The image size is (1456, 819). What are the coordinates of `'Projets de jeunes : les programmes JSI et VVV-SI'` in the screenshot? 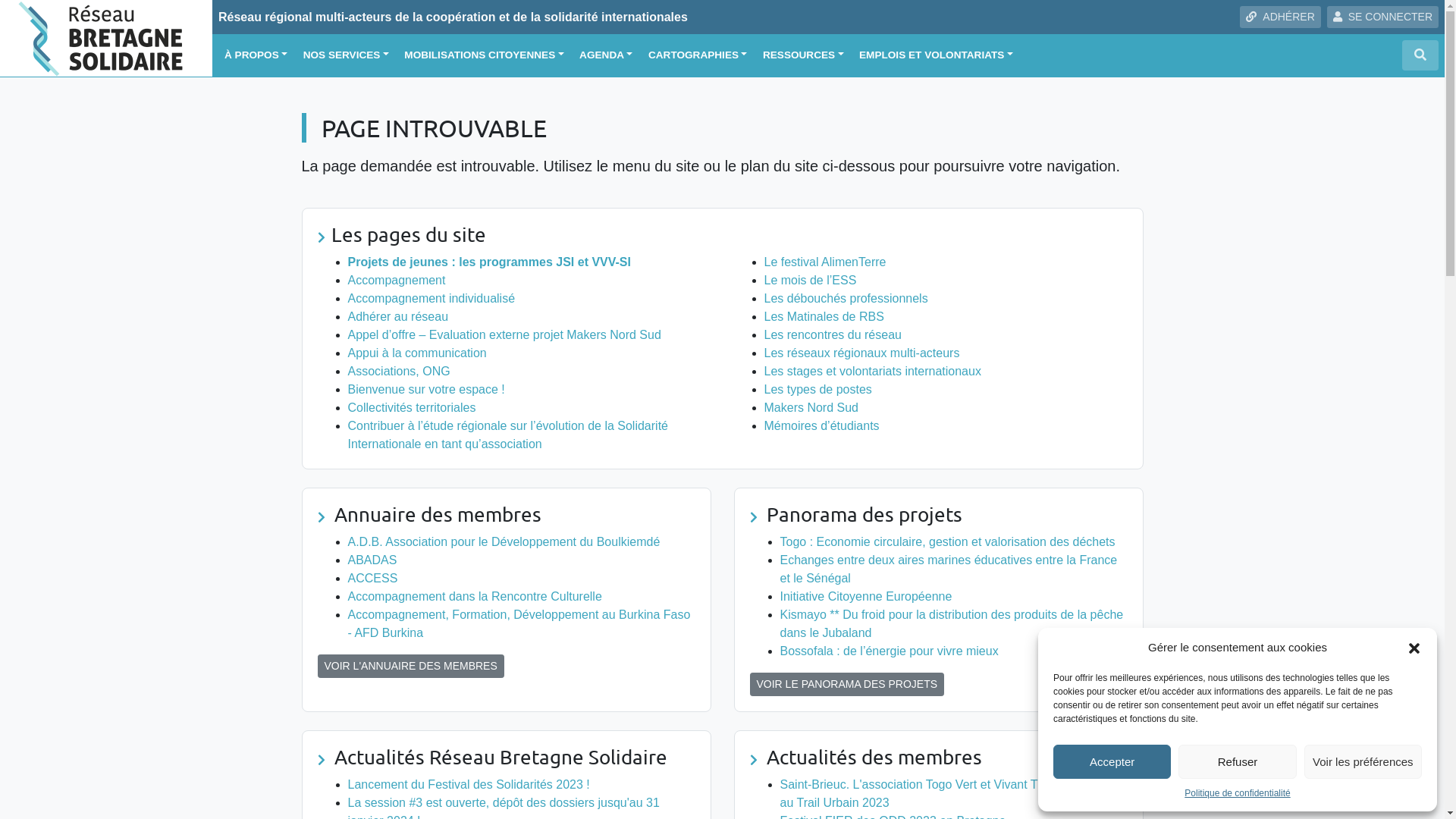 It's located at (488, 261).